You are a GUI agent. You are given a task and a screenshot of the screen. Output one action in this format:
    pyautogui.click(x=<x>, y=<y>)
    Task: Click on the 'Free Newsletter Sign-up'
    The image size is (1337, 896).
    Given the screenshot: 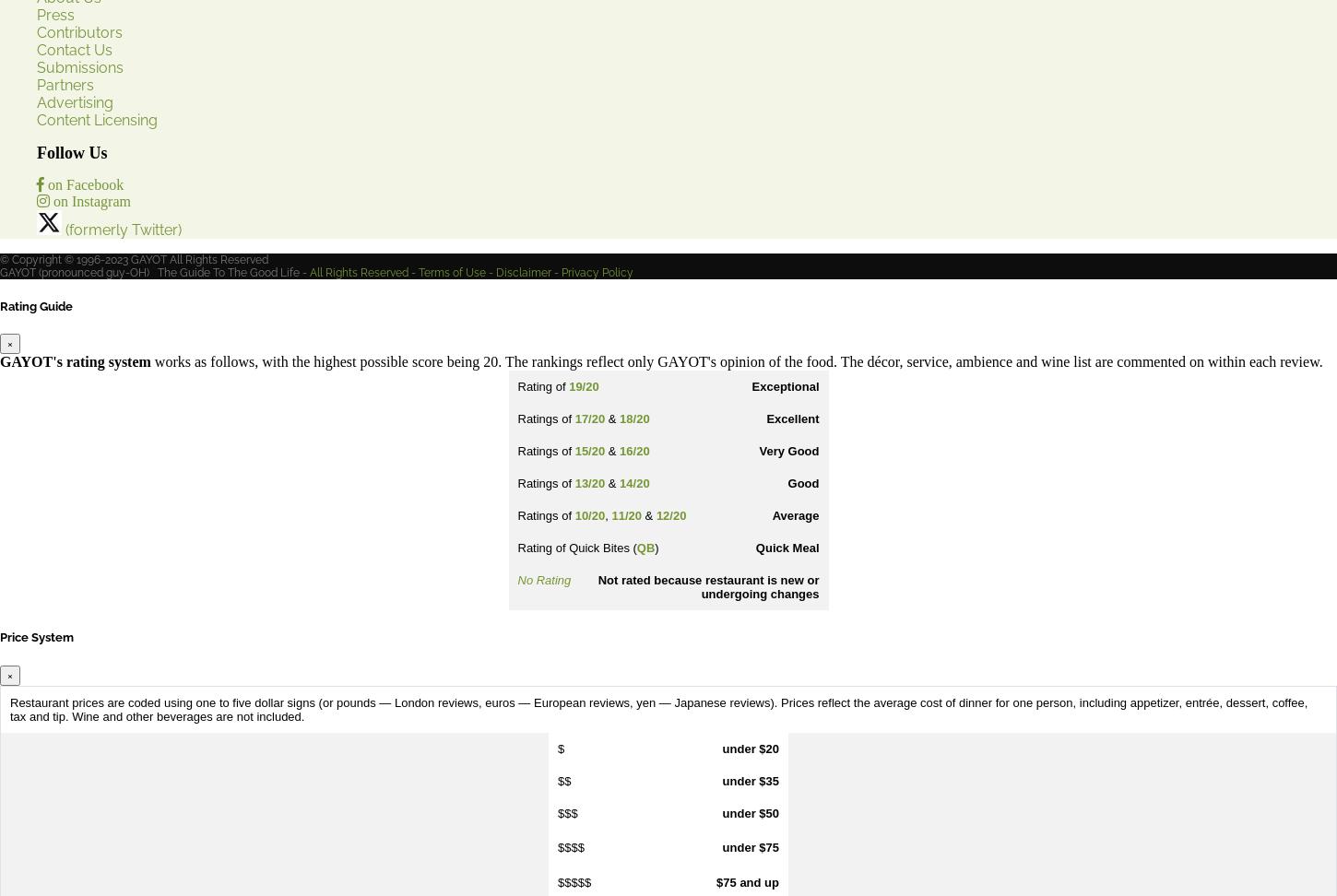 What is the action you would take?
    pyautogui.click(x=118, y=536)
    